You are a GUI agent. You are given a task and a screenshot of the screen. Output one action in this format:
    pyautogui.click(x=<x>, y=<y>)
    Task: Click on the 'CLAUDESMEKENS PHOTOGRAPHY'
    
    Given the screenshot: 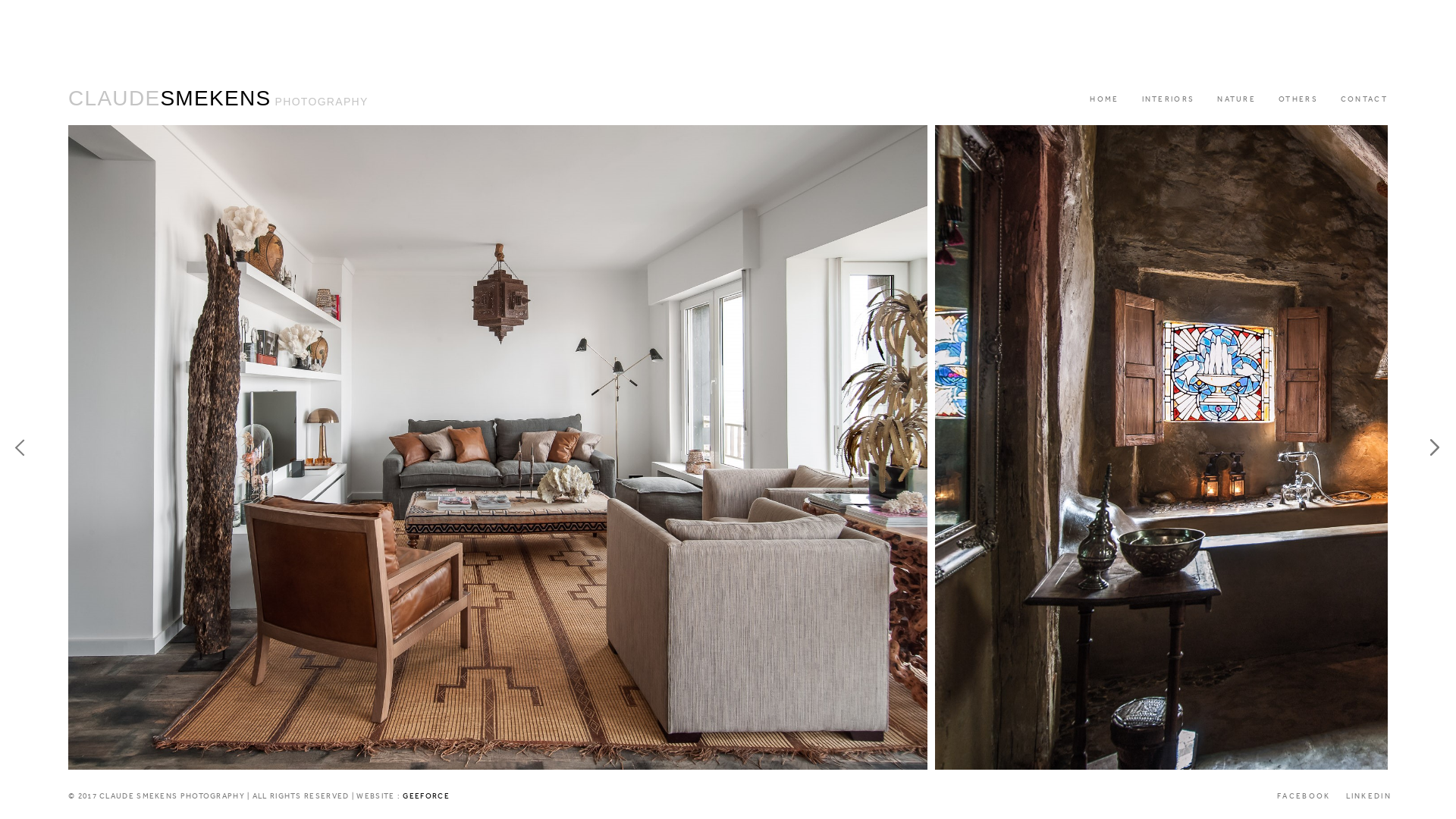 What is the action you would take?
    pyautogui.click(x=218, y=99)
    